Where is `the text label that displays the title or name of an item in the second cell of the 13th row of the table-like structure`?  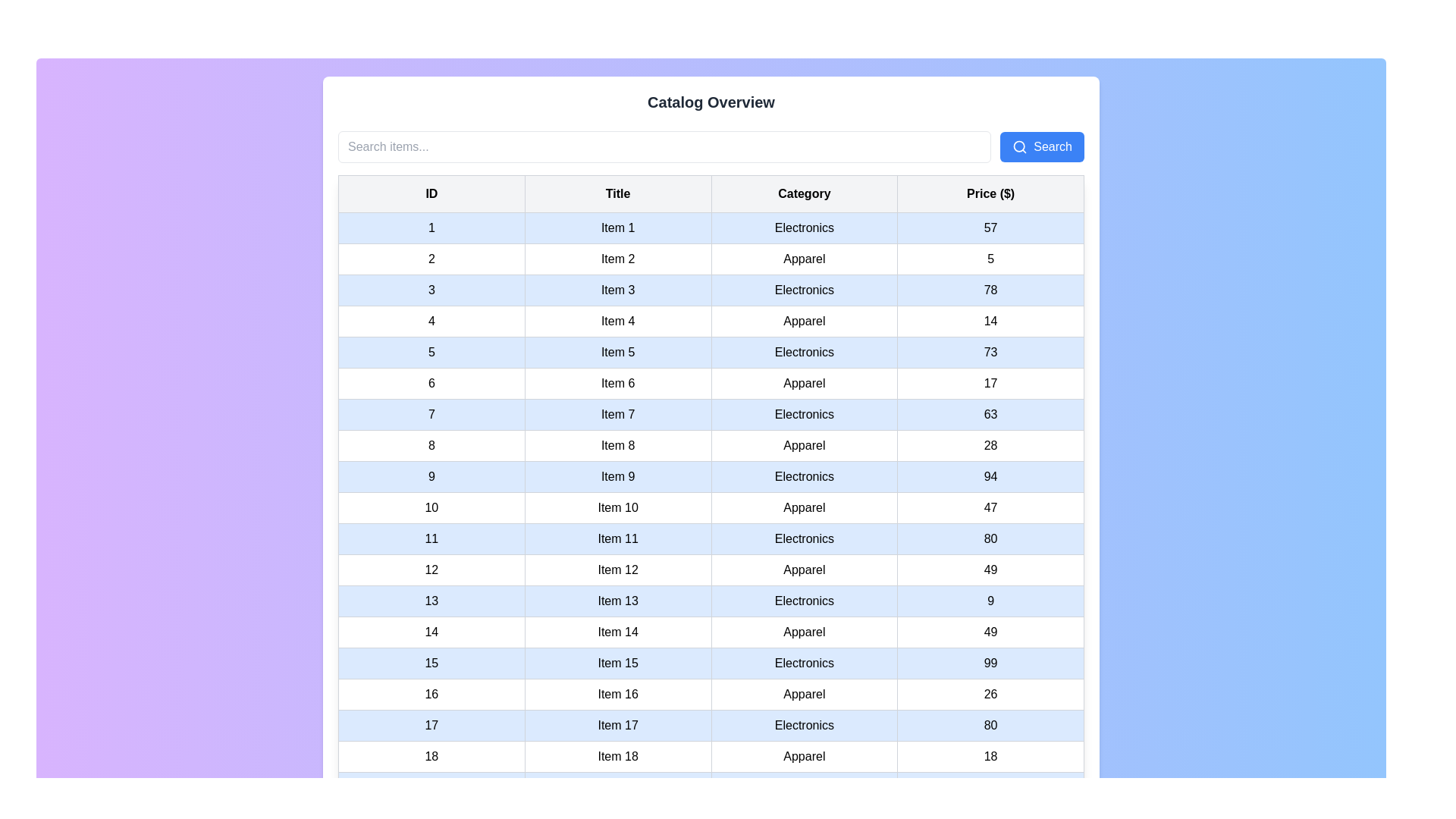
the text label that displays the title or name of an item in the second cell of the 13th row of the table-like structure is located at coordinates (618, 601).